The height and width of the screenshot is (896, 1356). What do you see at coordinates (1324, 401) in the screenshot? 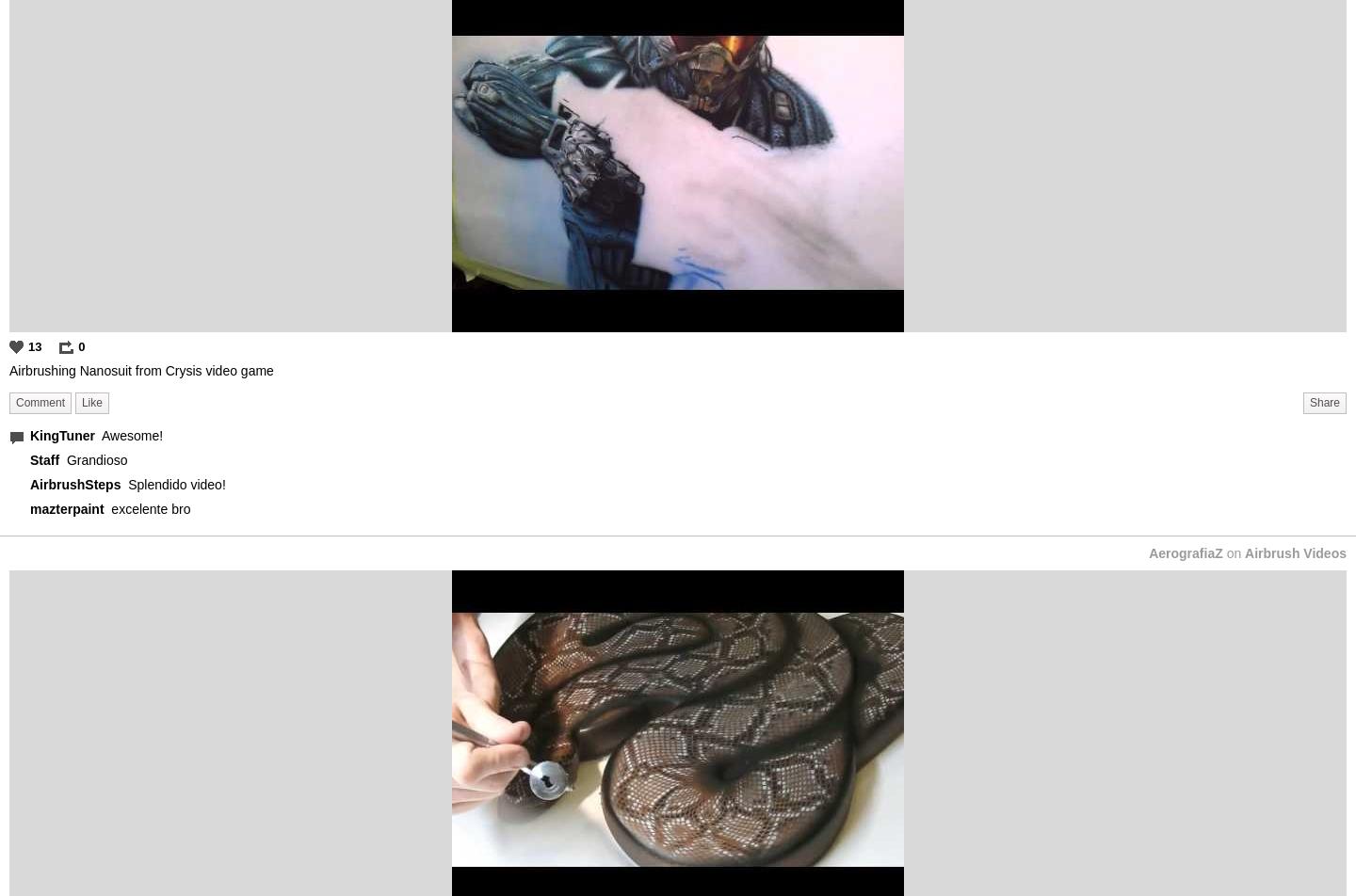
I see `'Share'` at bounding box center [1324, 401].